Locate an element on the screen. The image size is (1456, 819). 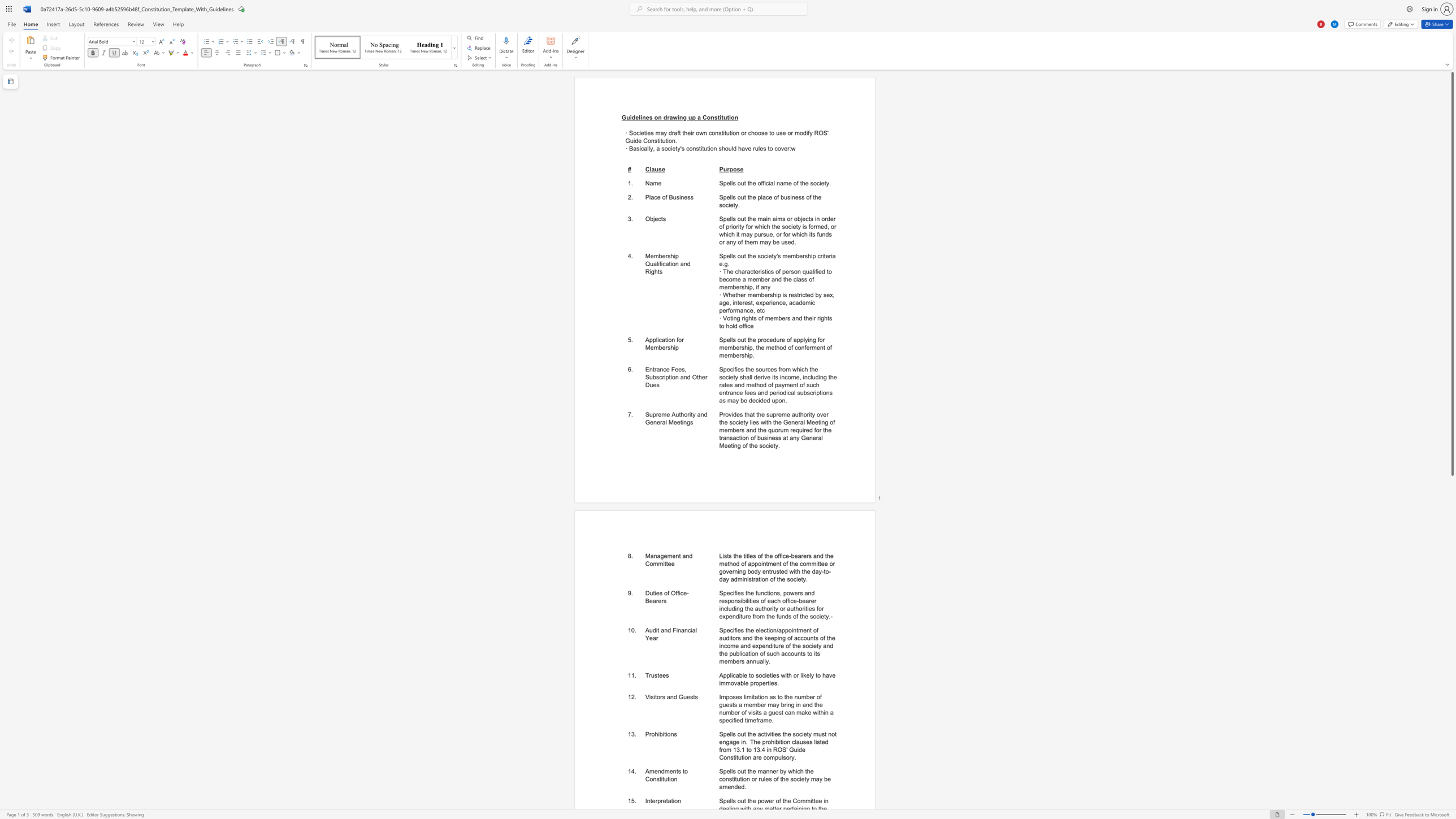
the side scrollbar to bring the page down is located at coordinates (1451, 670).